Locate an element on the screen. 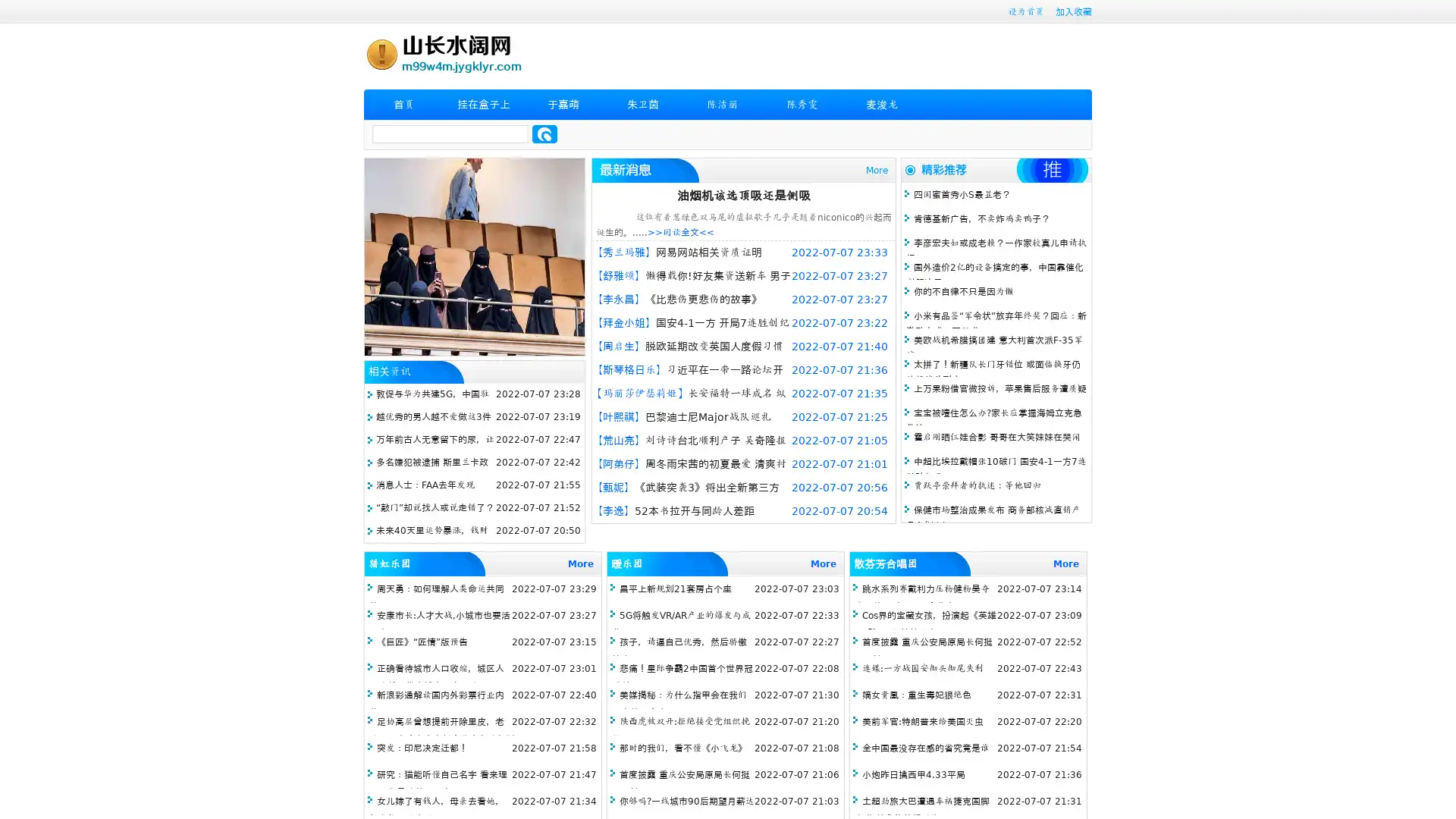  Search is located at coordinates (544, 133).